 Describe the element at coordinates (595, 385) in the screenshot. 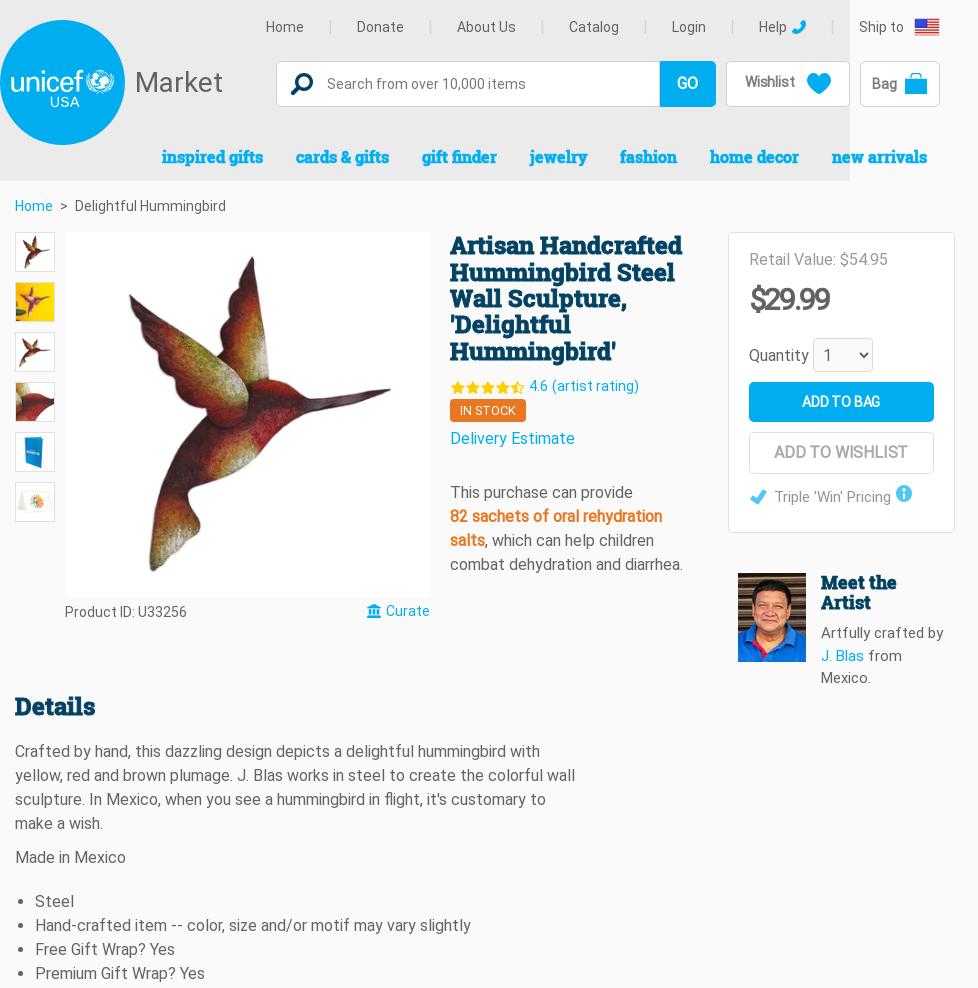

I see `'(artist rating)'` at that location.